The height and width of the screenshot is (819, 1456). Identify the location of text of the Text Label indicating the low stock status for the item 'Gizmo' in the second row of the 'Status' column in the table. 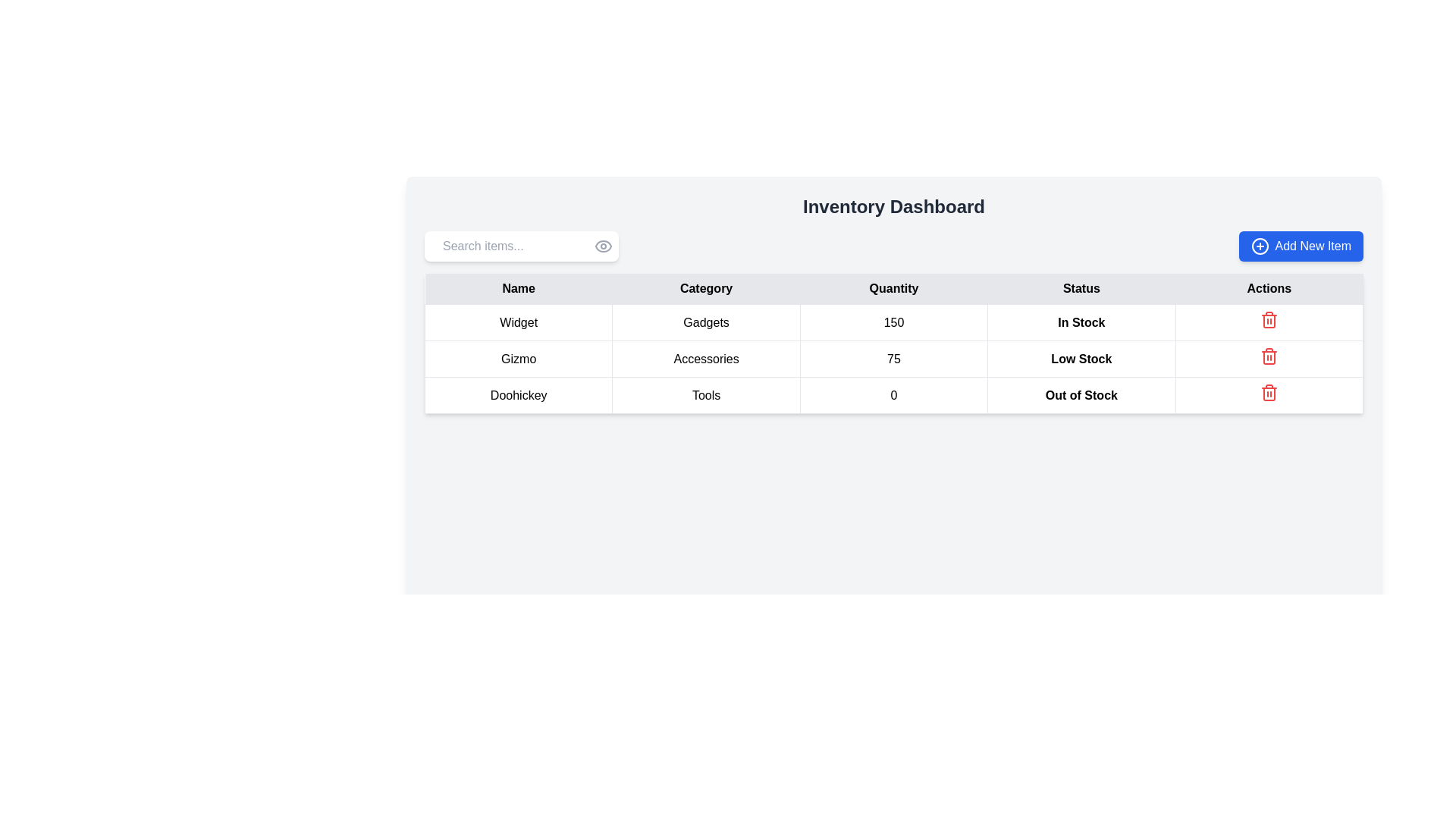
(1081, 359).